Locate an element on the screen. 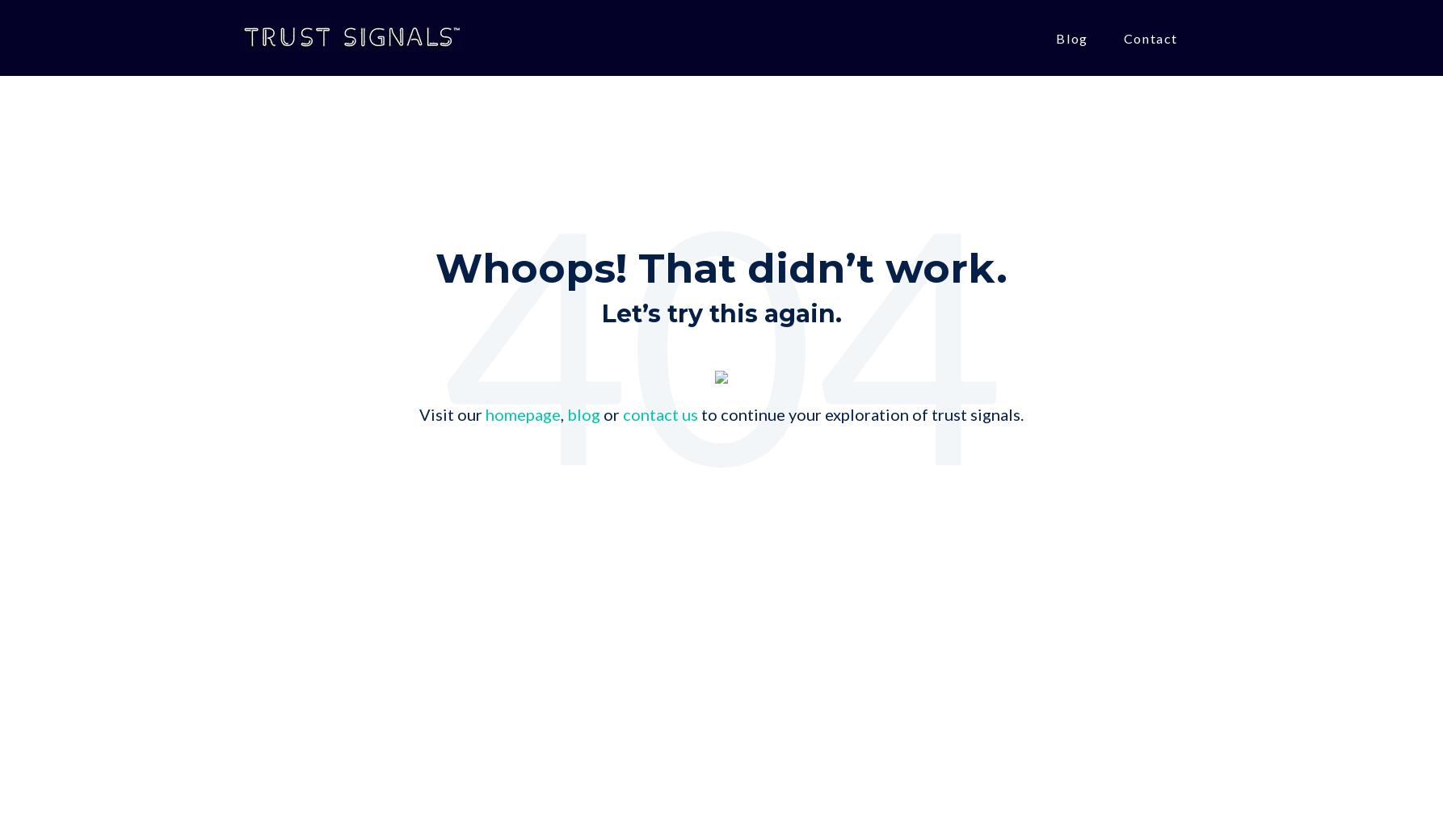 The image size is (1443, 840). 'blog' is located at coordinates (583, 414).